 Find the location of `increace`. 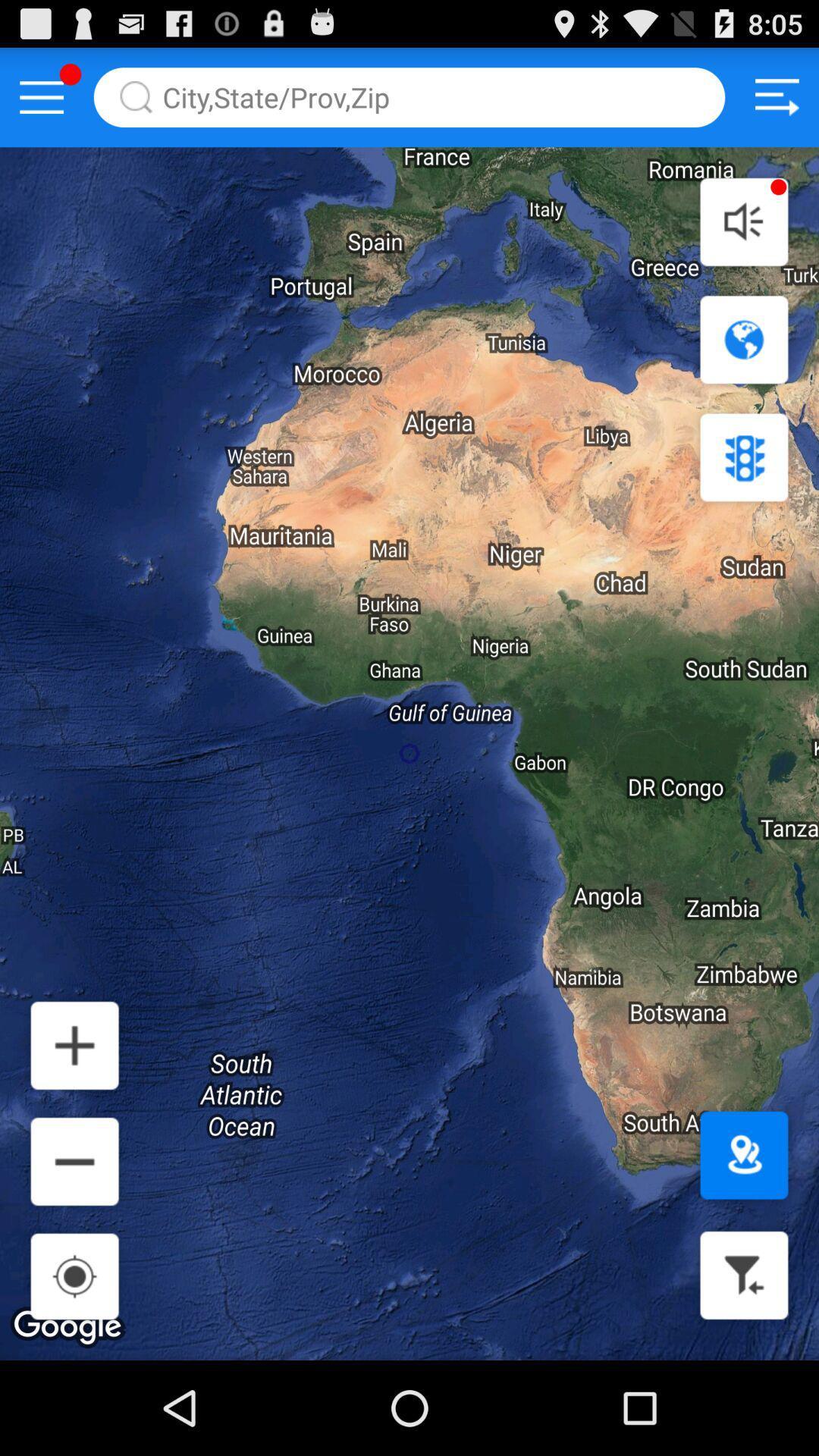

increace is located at coordinates (74, 1044).